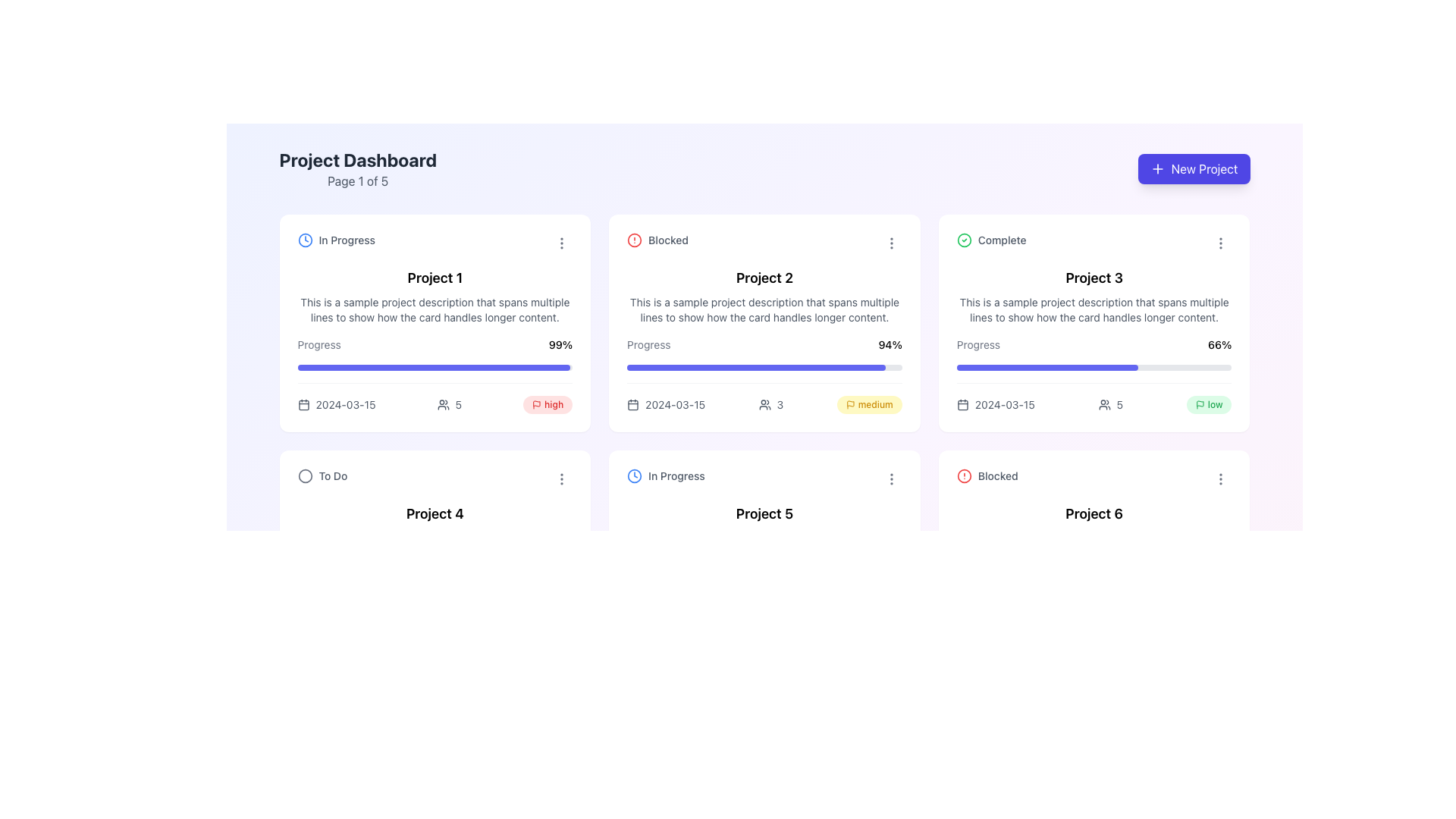 The image size is (1456, 819). What do you see at coordinates (304, 475) in the screenshot?
I see `the indicator icon for the 'To Do' label located in the bottom left of the interface to interact with it` at bounding box center [304, 475].